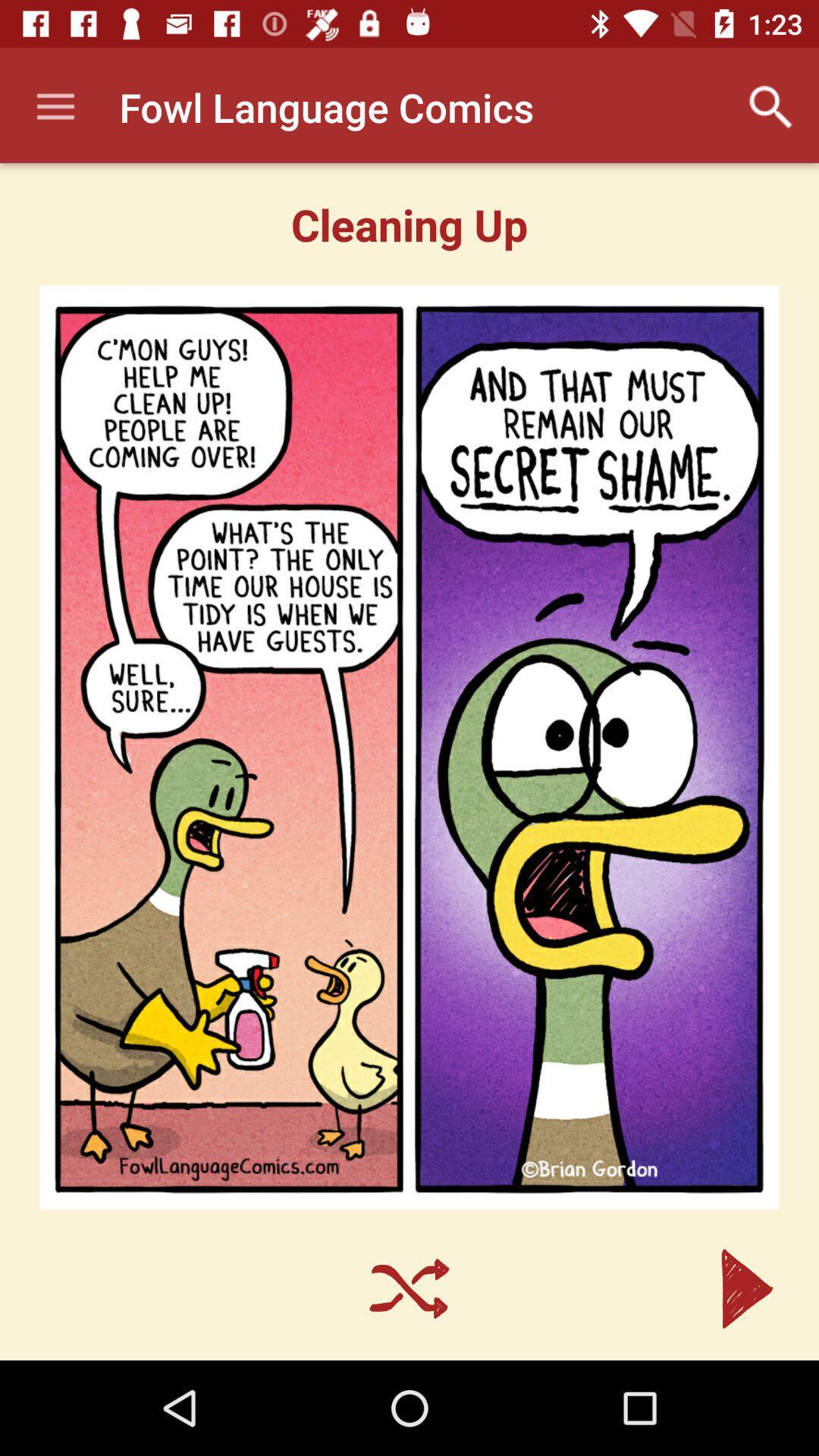 The image size is (819, 1456). What do you see at coordinates (409, 747) in the screenshot?
I see `icon at the center` at bounding box center [409, 747].